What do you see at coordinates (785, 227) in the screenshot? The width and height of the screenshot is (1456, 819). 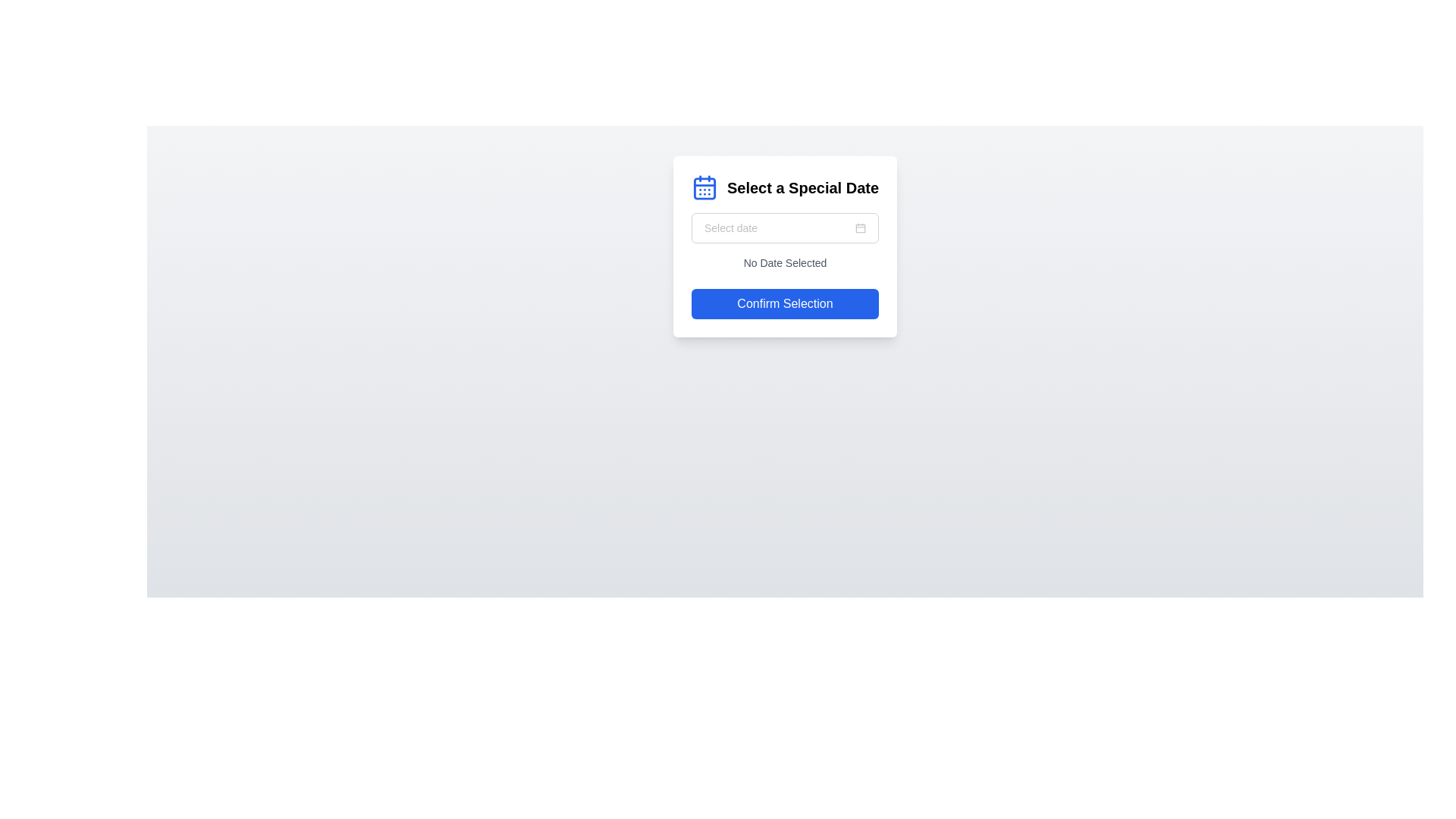 I see `the Date Picker Input located below the header 'Select a Special Date' to type or choose a date` at bounding box center [785, 227].